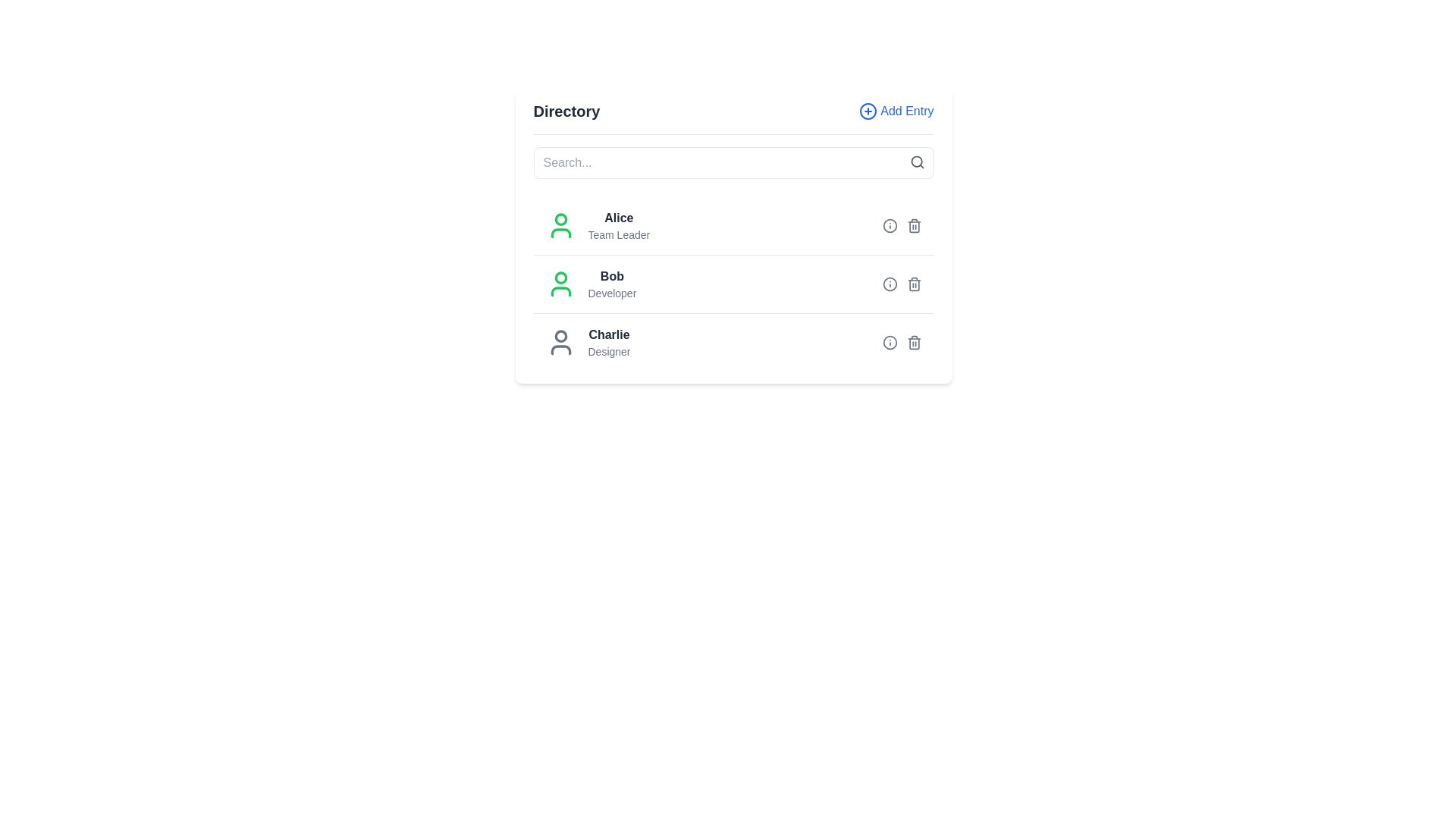  Describe the element at coordinates (597, 225) in the screenshot. I see `information displayed in the text label that shows the user's name and role, located in the first row of the user directory list, to the right of the green user icon` at that location.